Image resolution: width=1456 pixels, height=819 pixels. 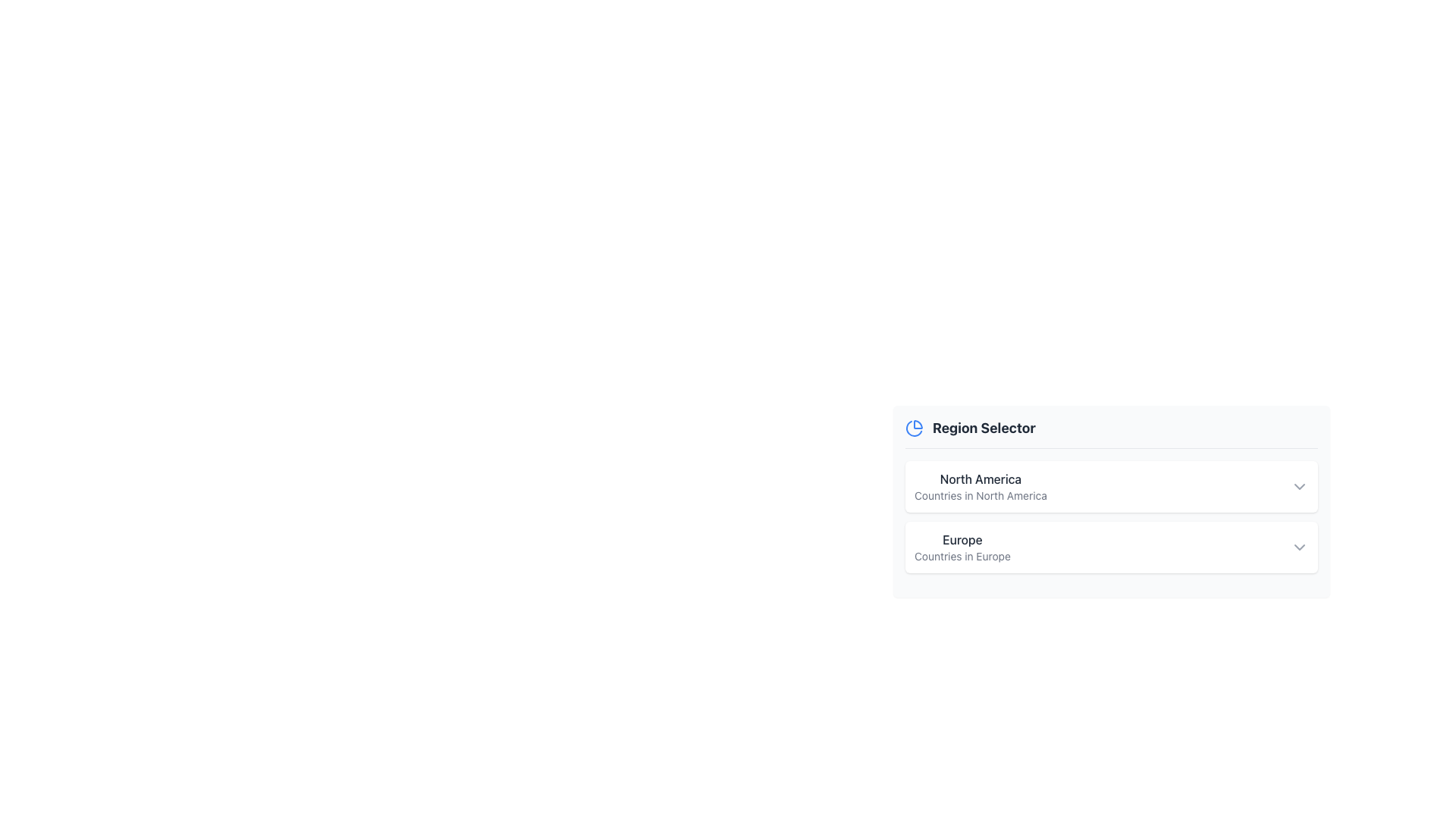 I want to click on the non-interactive text label indicating 'North America' in the 'Region Selector' module, so click(x=981, y=479).